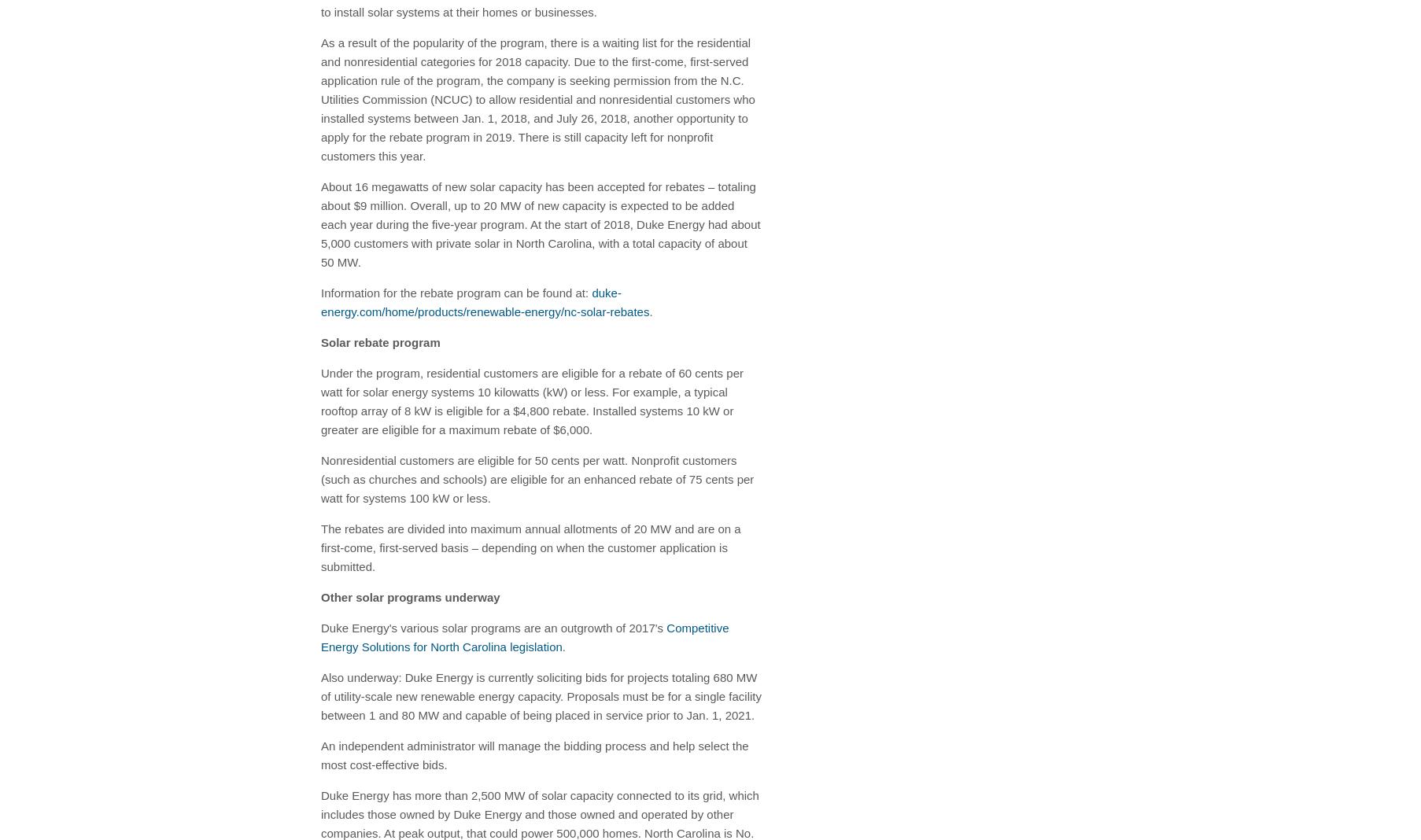 This screenshot has height=840, width=1421. I want to click on 'Jan. 1, 2018', so click(493, 117).